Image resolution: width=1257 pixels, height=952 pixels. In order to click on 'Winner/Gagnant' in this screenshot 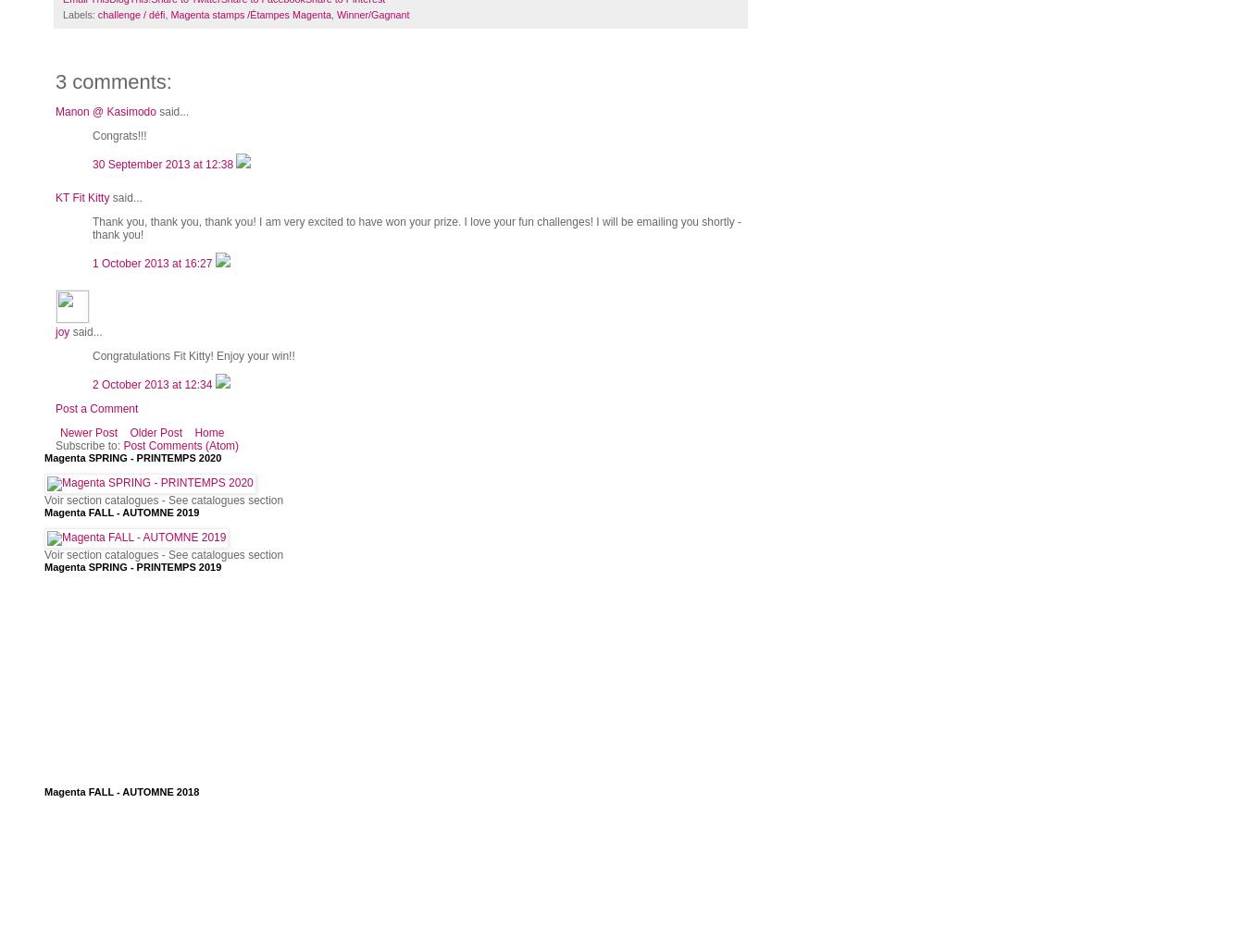, I will do `click(371, 14)`.